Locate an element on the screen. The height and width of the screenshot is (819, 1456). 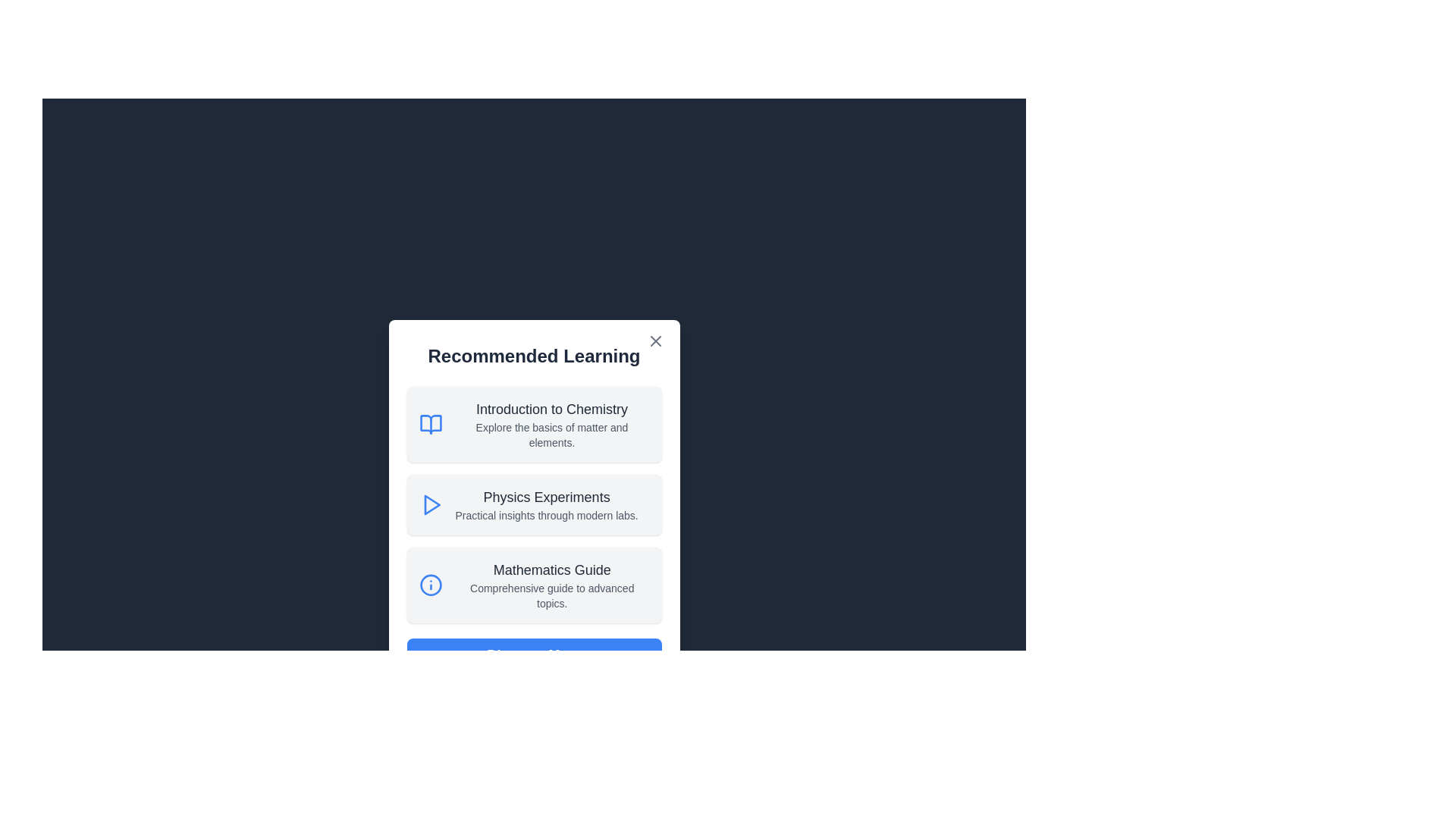
the blue play button, styled as a triangle pointing is located at coordinates (430, 505).